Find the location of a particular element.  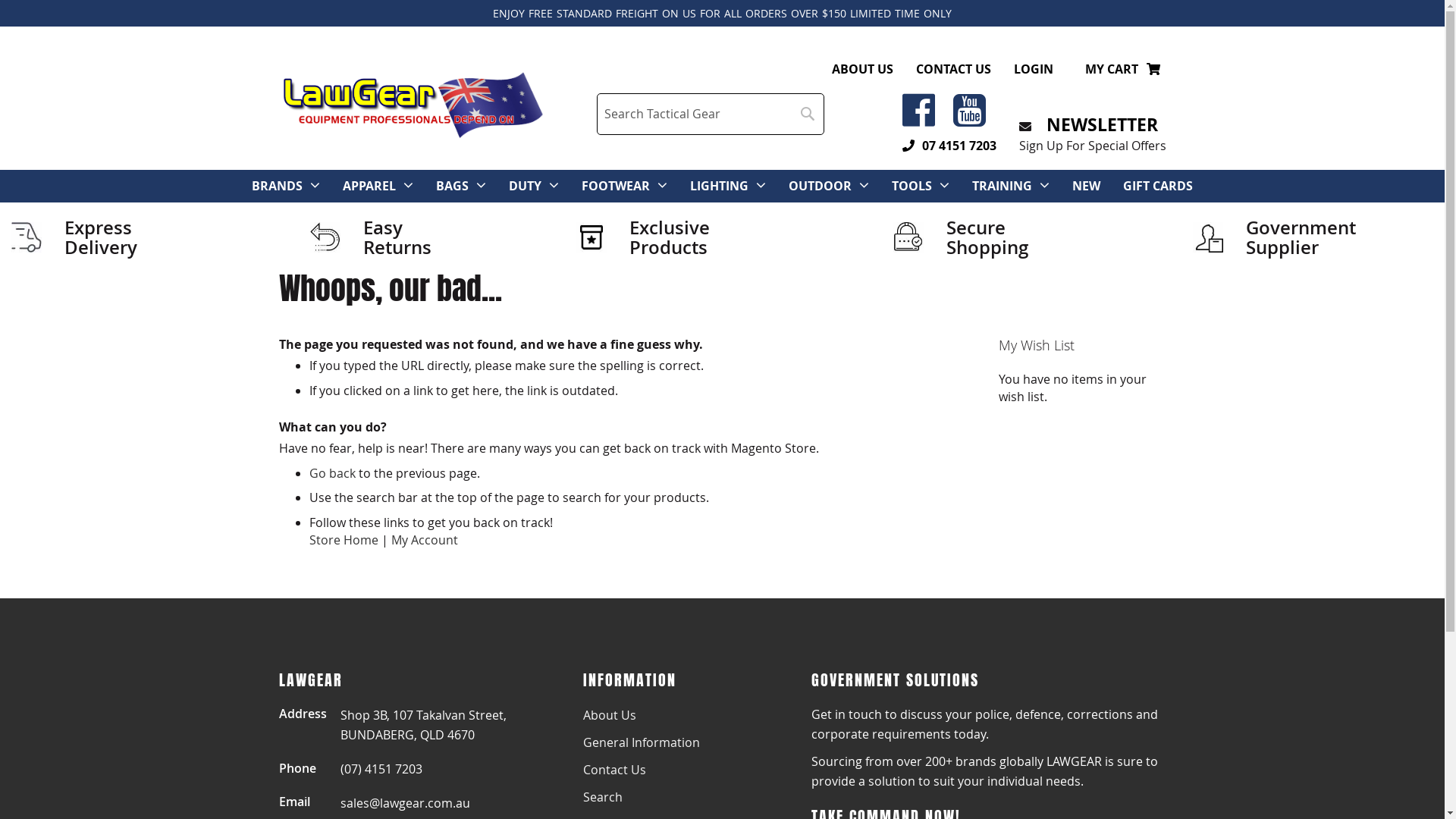

'SEARCH' is located at coordinates (807, 113).